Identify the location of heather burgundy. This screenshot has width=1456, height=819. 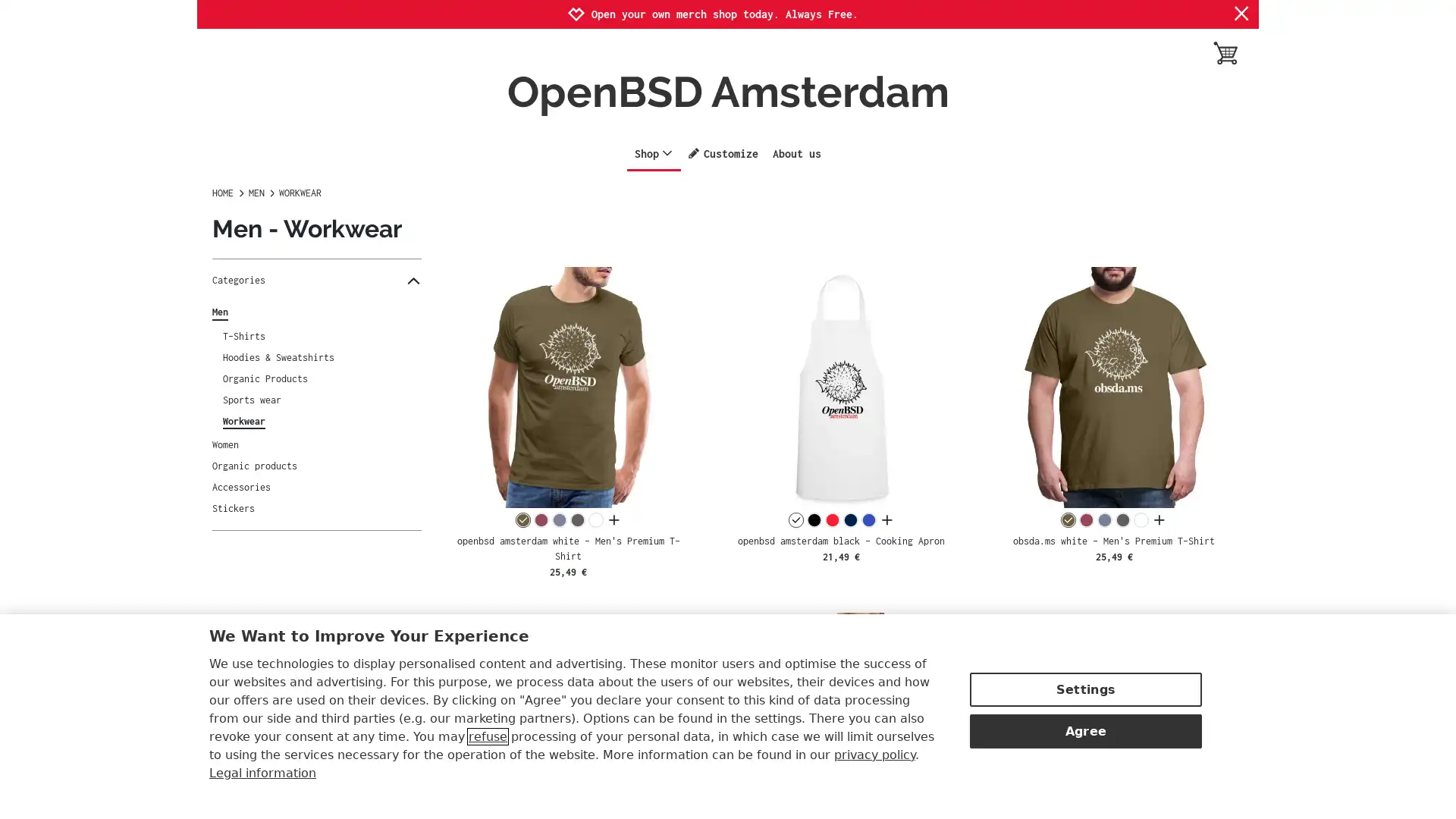
(1086, 519).